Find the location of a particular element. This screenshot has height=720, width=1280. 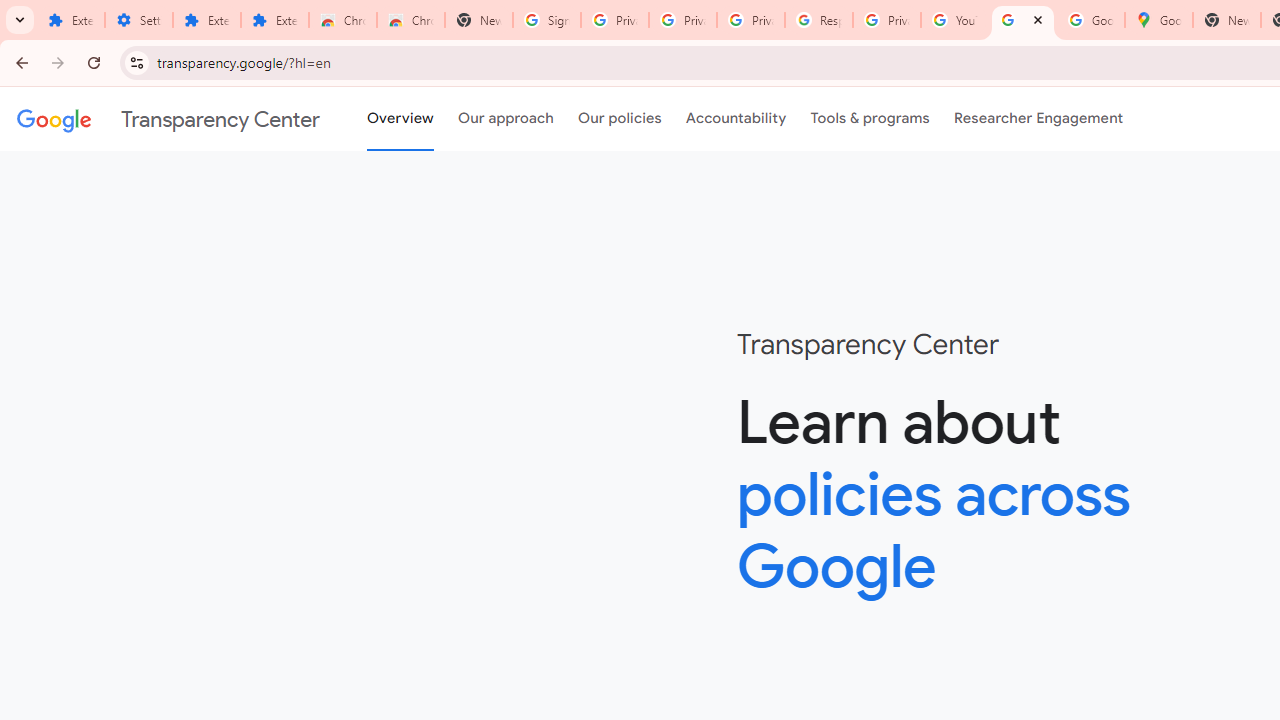

'Our policies' is located at coordinates (619, 119).